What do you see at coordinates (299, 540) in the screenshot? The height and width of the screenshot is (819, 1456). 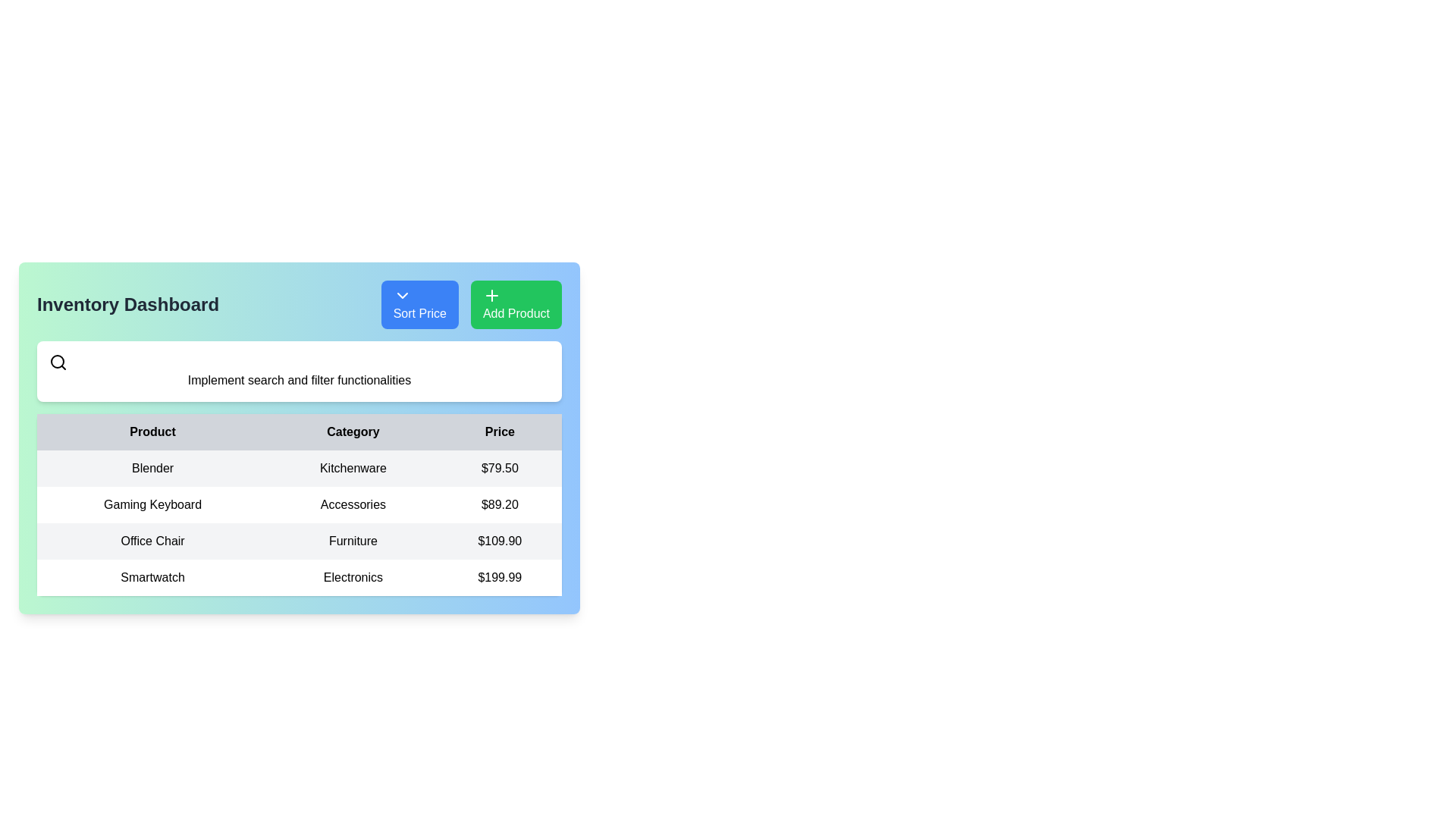 I see `the third row of the inventory table displaying 'Office Chair' in the product name column, 'Furniture' in the category column, and '$109.90' in the price column` at bounding box center [299, 540].